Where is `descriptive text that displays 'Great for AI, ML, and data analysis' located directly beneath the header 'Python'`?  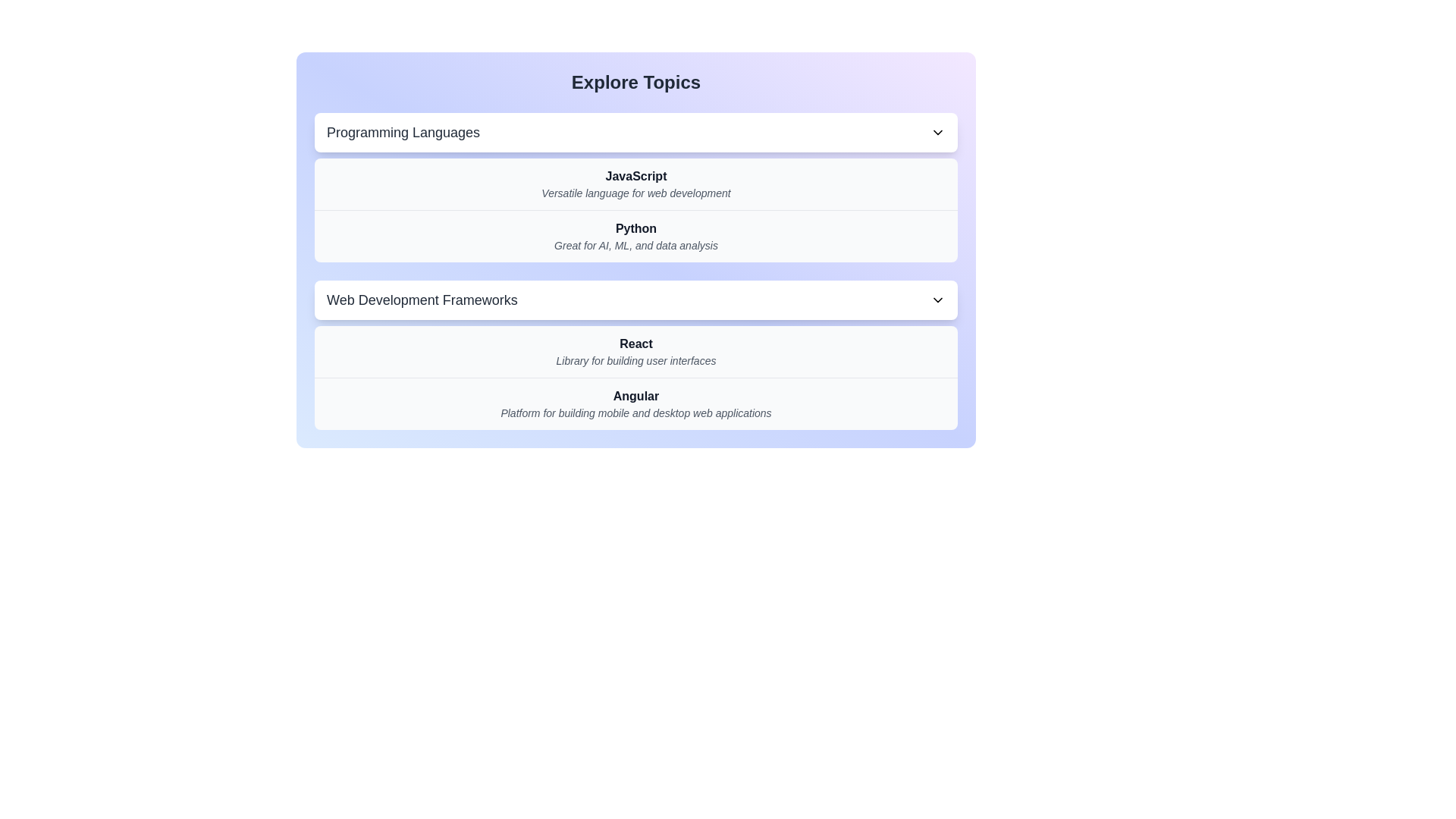
descriptive text that displays 'Great for AI, ML, and data analysis' located directly beneath the header 'Python' is located at coordinates (636, 245).